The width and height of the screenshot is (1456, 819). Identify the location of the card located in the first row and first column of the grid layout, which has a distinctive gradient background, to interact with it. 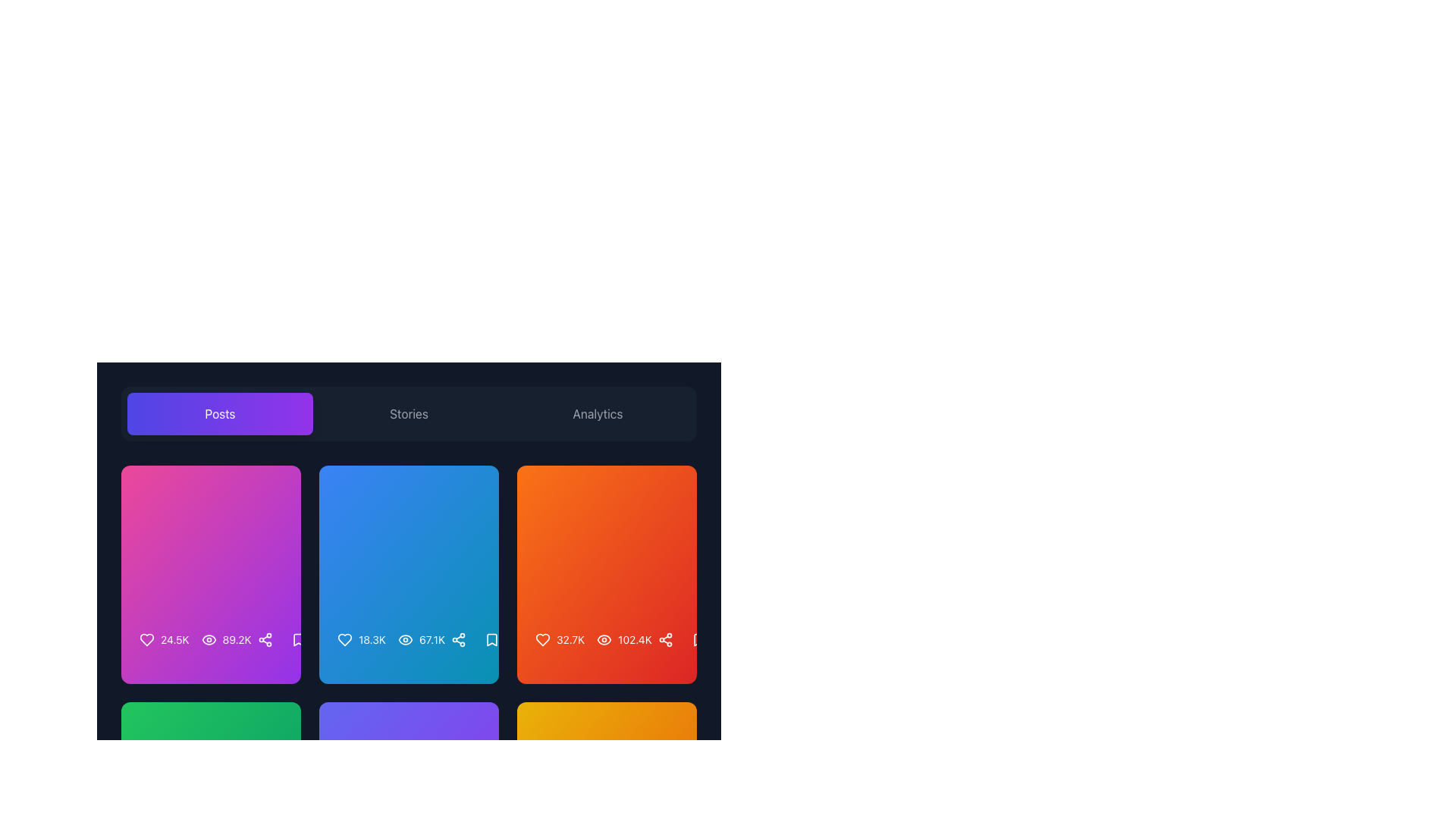
(210, 575).